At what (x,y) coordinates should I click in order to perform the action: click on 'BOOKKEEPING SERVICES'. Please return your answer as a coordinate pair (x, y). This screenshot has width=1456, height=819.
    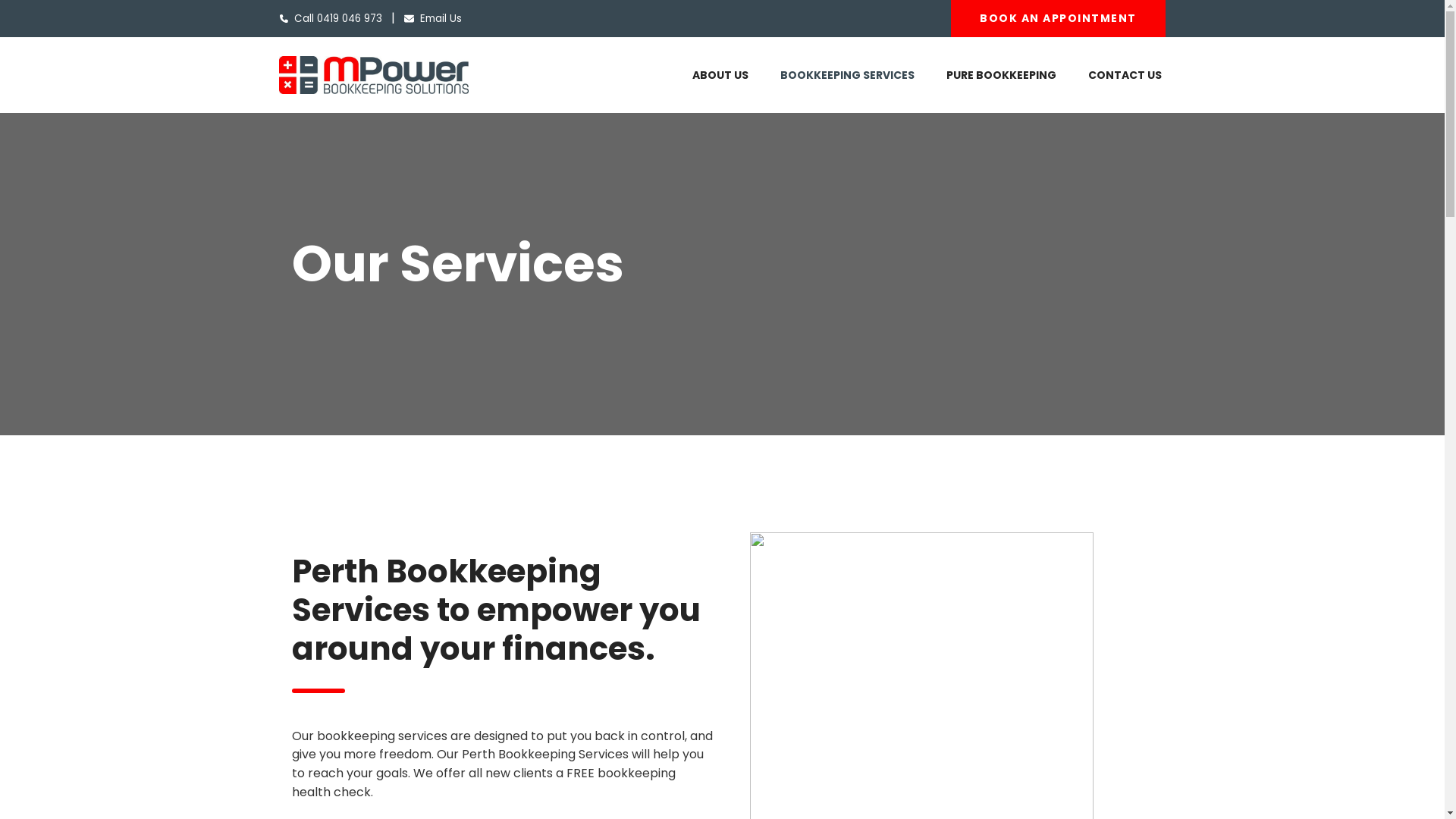
    Looking at the image, I should click on (846, 75).